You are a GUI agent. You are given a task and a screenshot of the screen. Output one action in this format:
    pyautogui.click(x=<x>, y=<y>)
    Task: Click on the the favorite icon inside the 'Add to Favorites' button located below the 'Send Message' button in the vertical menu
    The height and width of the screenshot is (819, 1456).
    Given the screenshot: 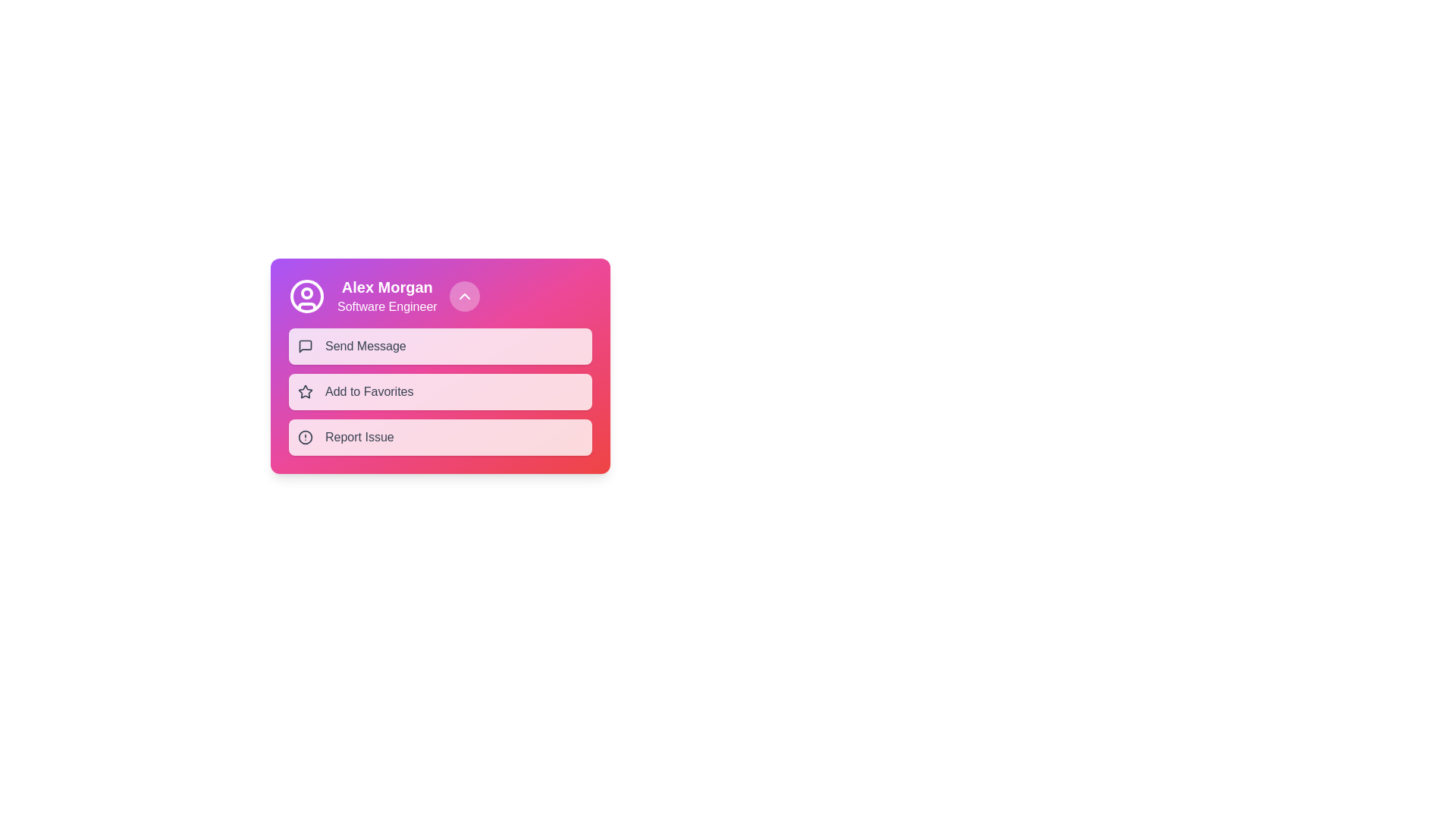 What is the action you would take?
    pyautogui.click(x=305, y=391)
    